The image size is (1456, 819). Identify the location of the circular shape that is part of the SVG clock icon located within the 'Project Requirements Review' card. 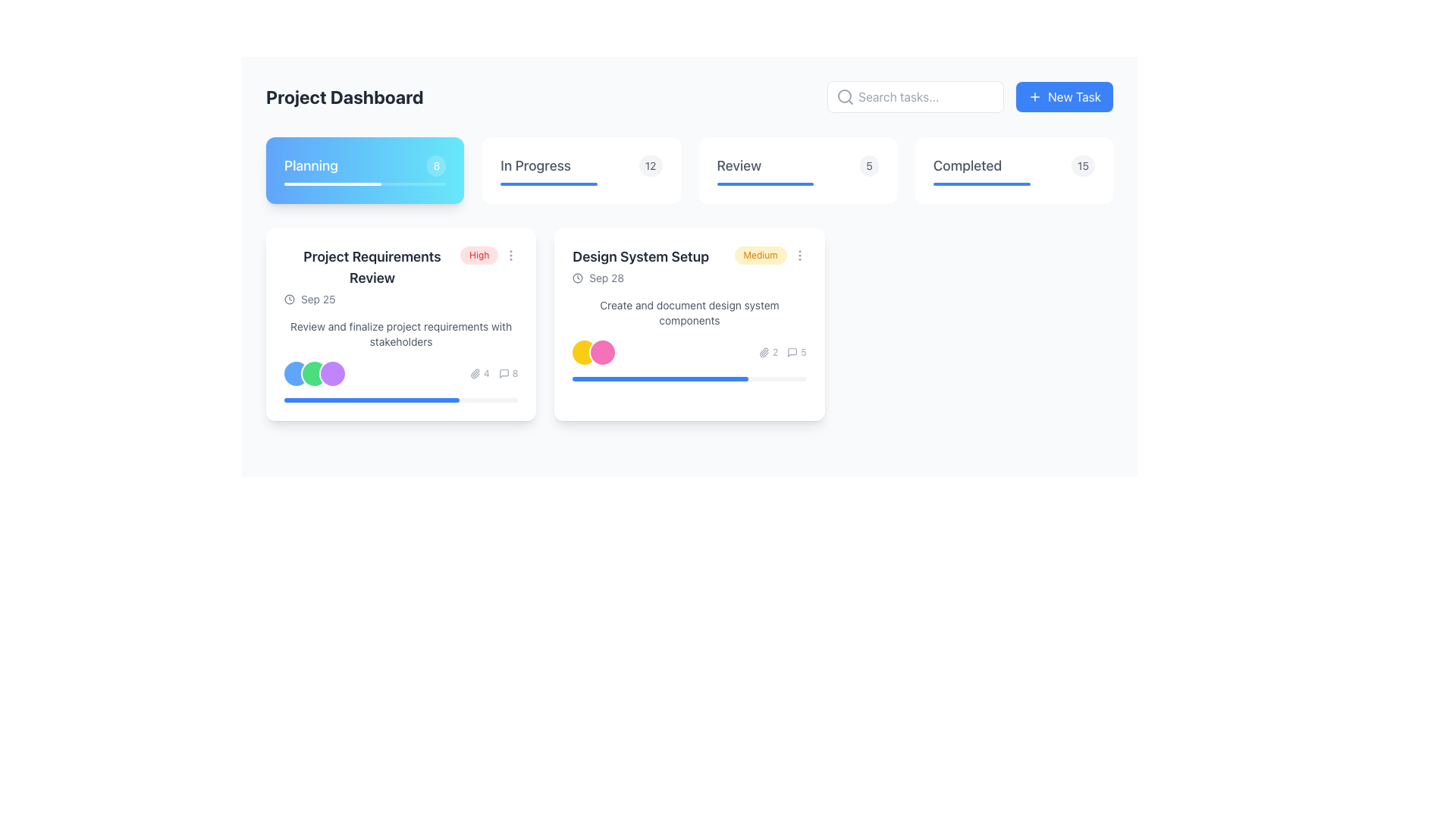
(290, 299).